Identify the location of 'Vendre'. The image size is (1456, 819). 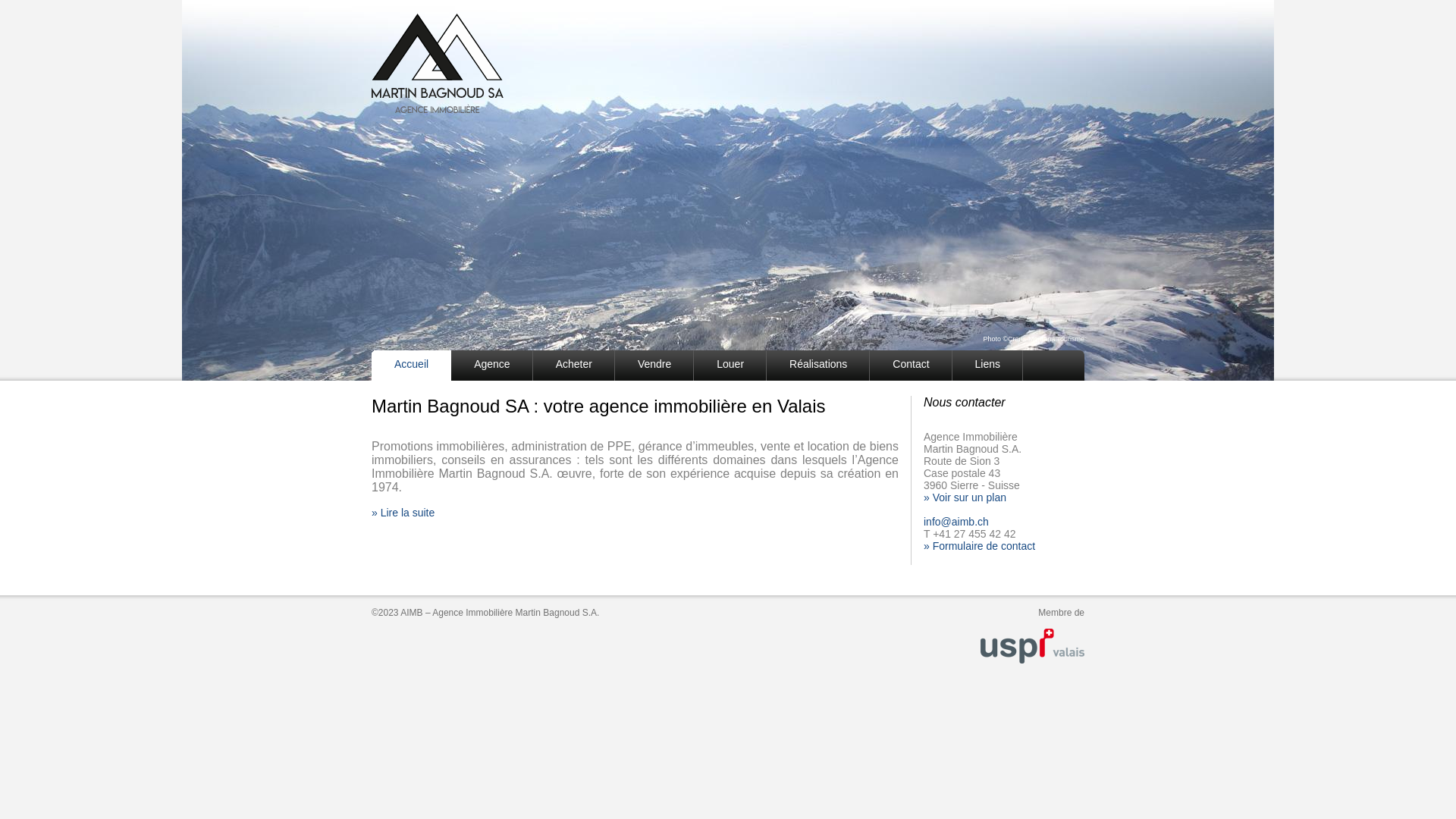
(654, 366).